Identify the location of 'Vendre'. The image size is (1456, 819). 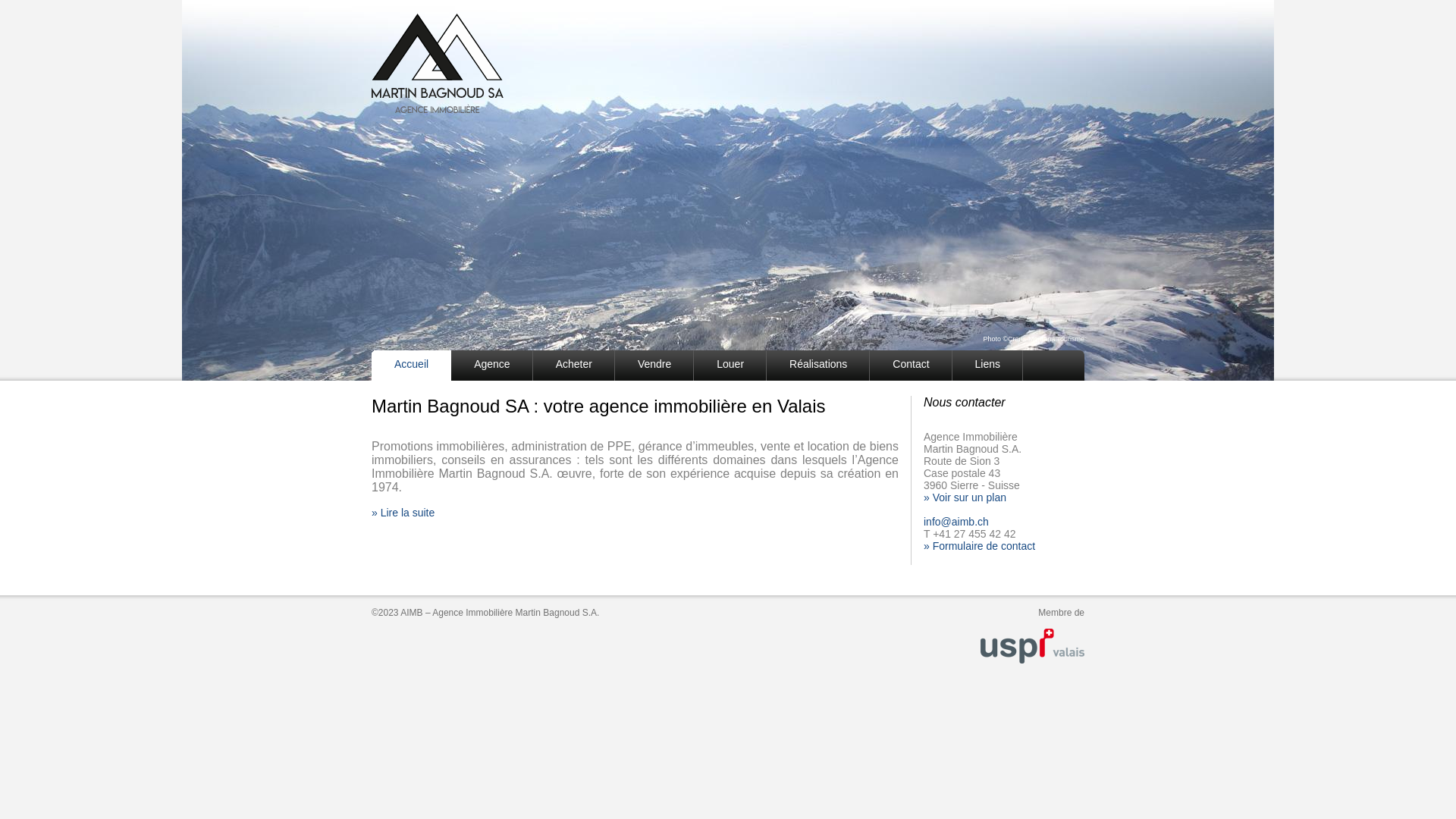
(654, 366).